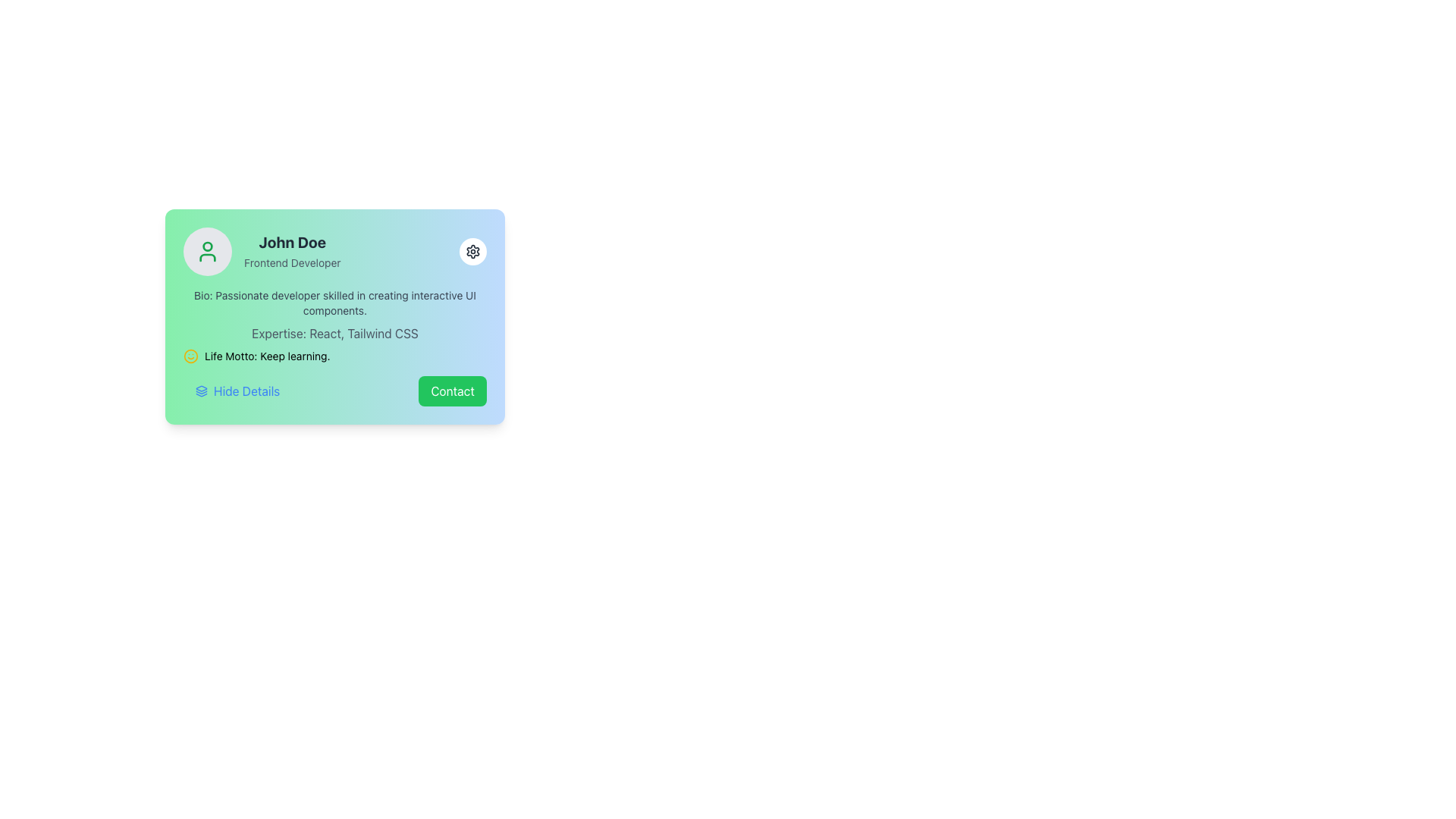 Image resolution: width=1456 pixels, height=819 pixels. What do you see at coordinates (334, 332) in the screenshot?
I see `the Text Label that provides information about the person's expertise in React and Tailwind CSS, located between the Bio and Life Motto text components` at bounding box center [334, 332].